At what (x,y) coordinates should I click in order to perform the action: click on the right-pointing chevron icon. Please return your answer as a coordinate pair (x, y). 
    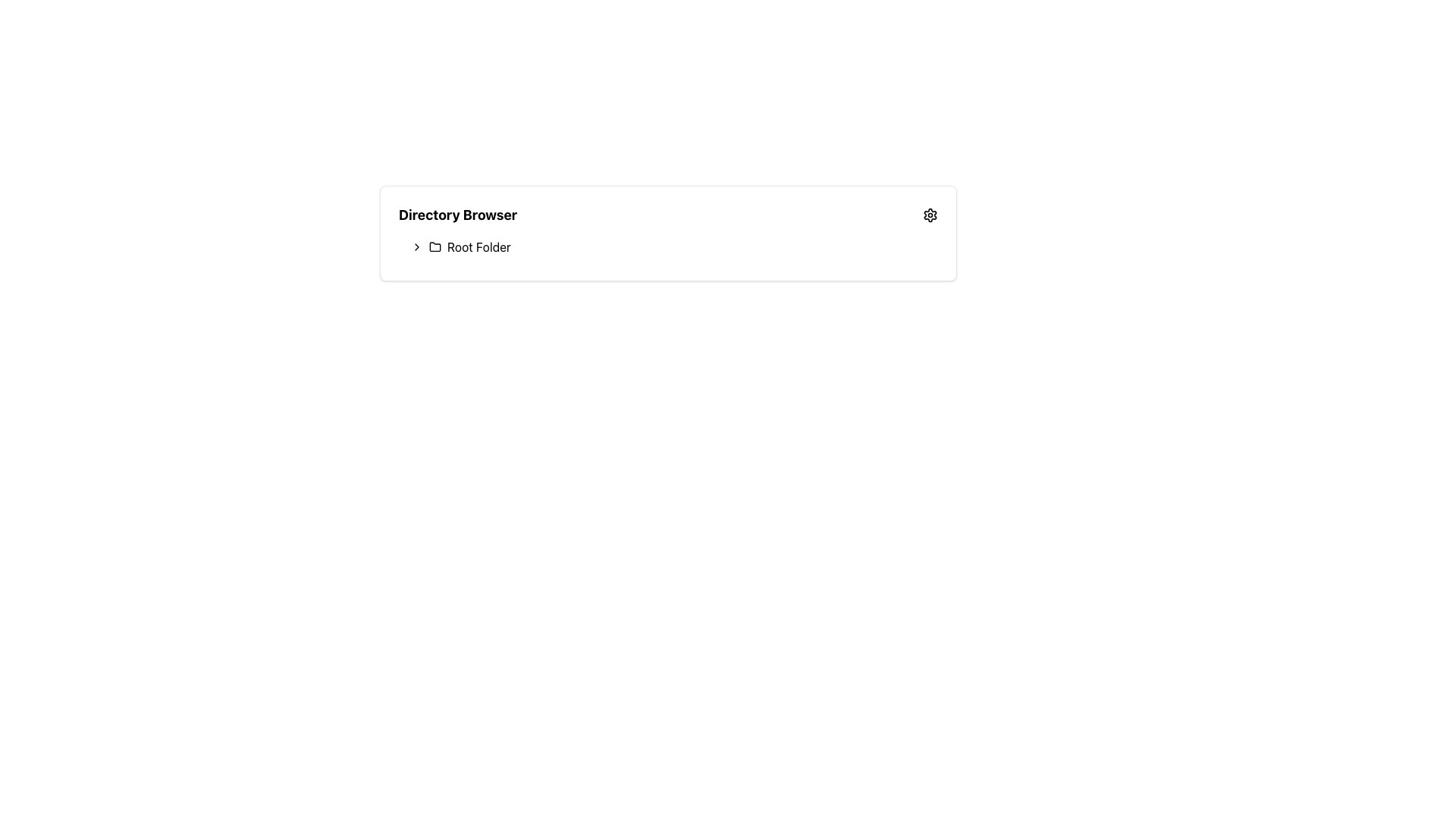
    Looking at the image, I should click on (417, 246).